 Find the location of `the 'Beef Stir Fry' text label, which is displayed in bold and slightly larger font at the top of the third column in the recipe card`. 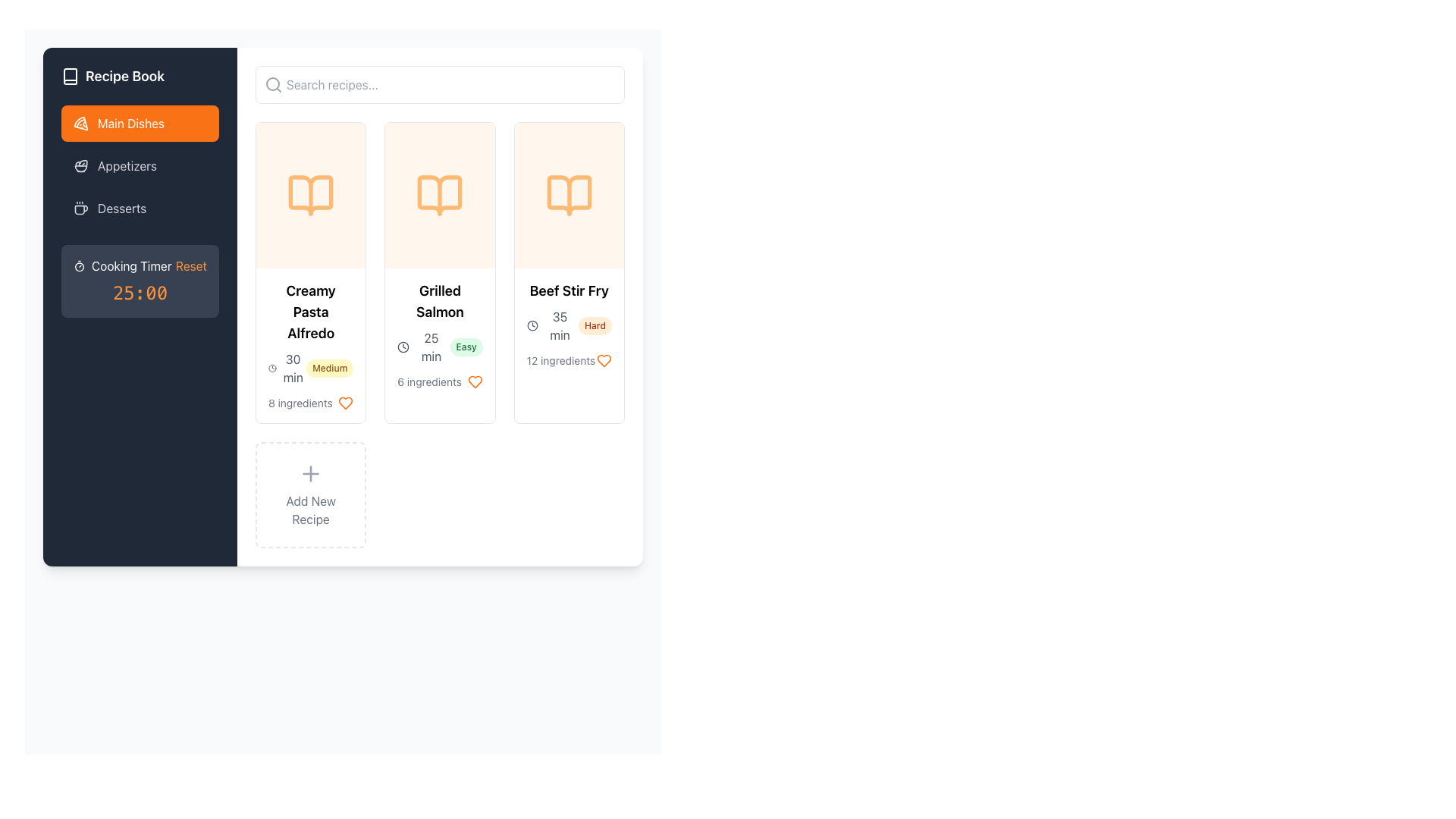

the 'Beef Stir Fry' text label, which is displayed in bold and slightly larger font at the top of the third column in the recipe card is located at coordinates (568, 291).